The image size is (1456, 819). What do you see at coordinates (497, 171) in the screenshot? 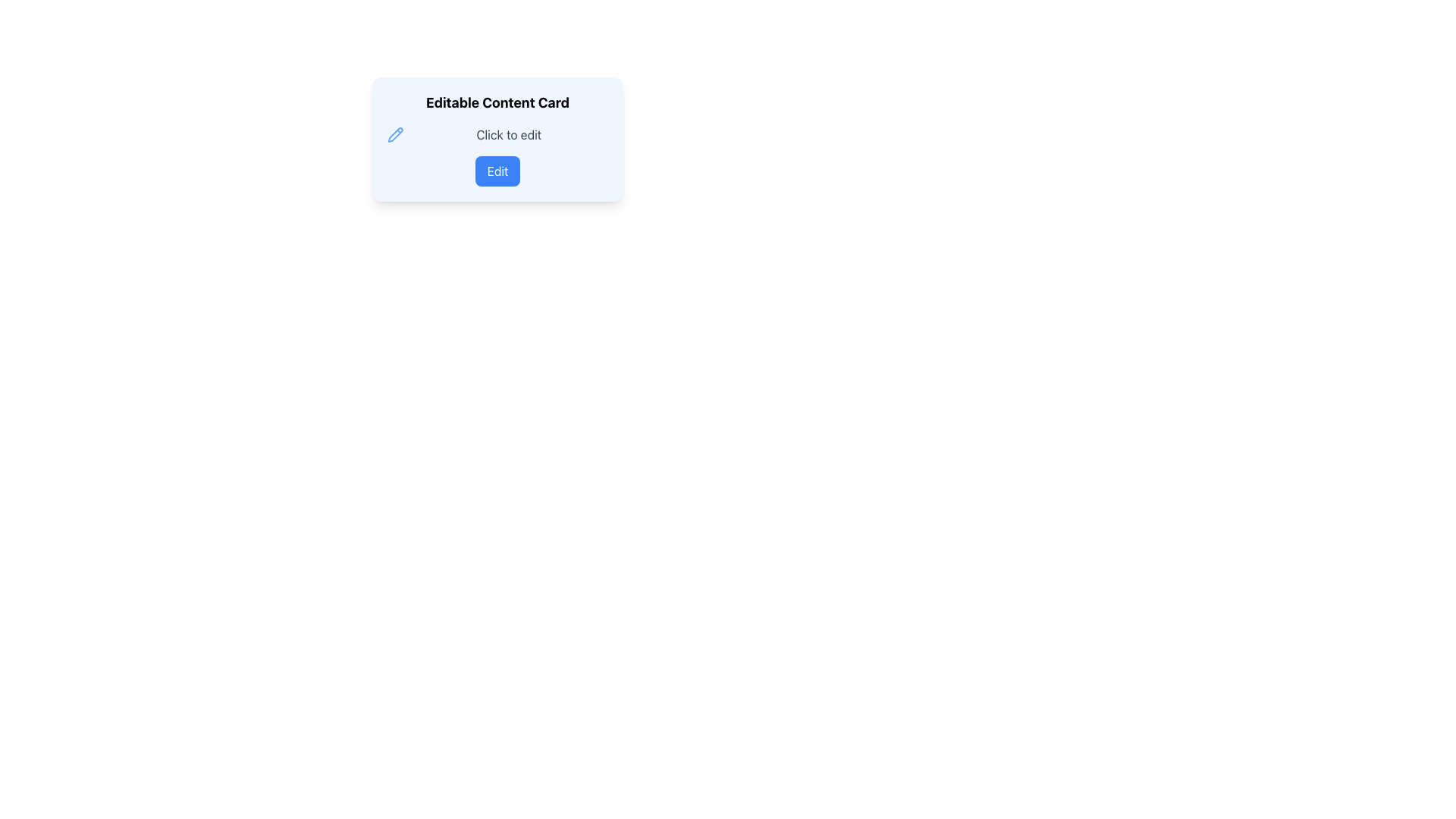
I see `the rectangular blue button labeled 'Edit' with rounded corners for visual feedback` at bounding box center [497, 171].